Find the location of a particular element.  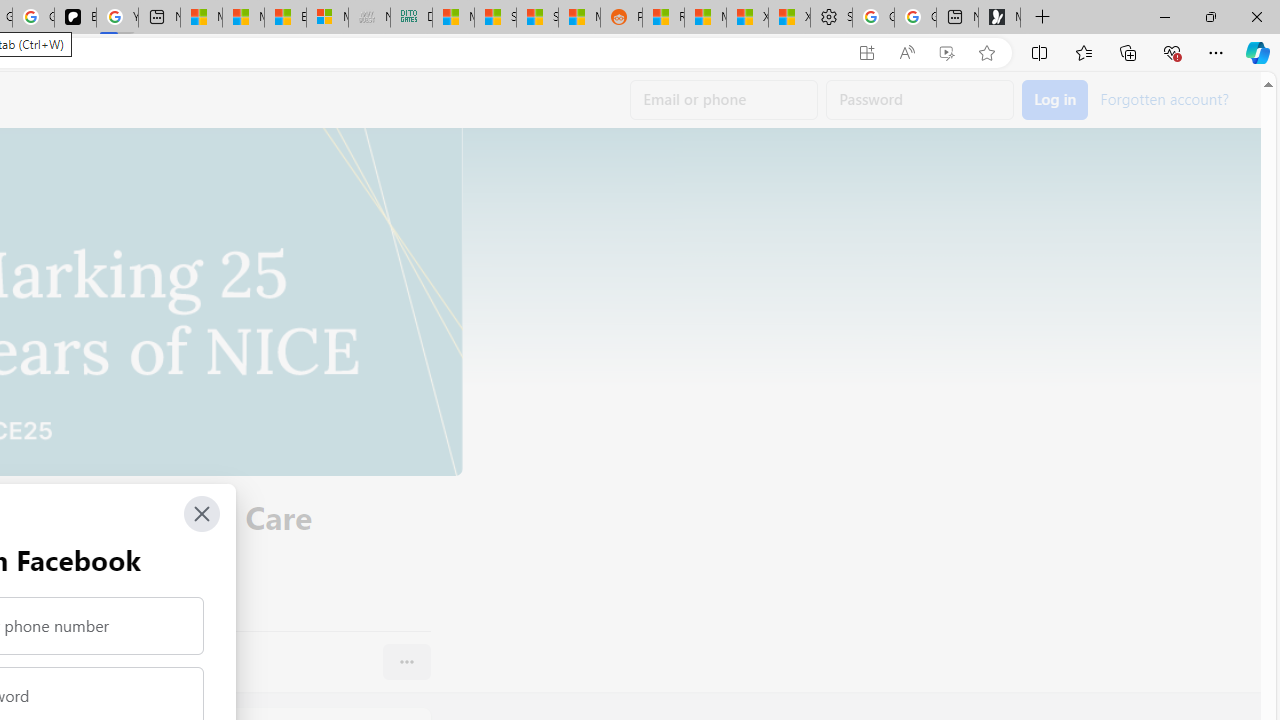

'DITOGAMES AG Imprint' is located at coordinates (410, 17).